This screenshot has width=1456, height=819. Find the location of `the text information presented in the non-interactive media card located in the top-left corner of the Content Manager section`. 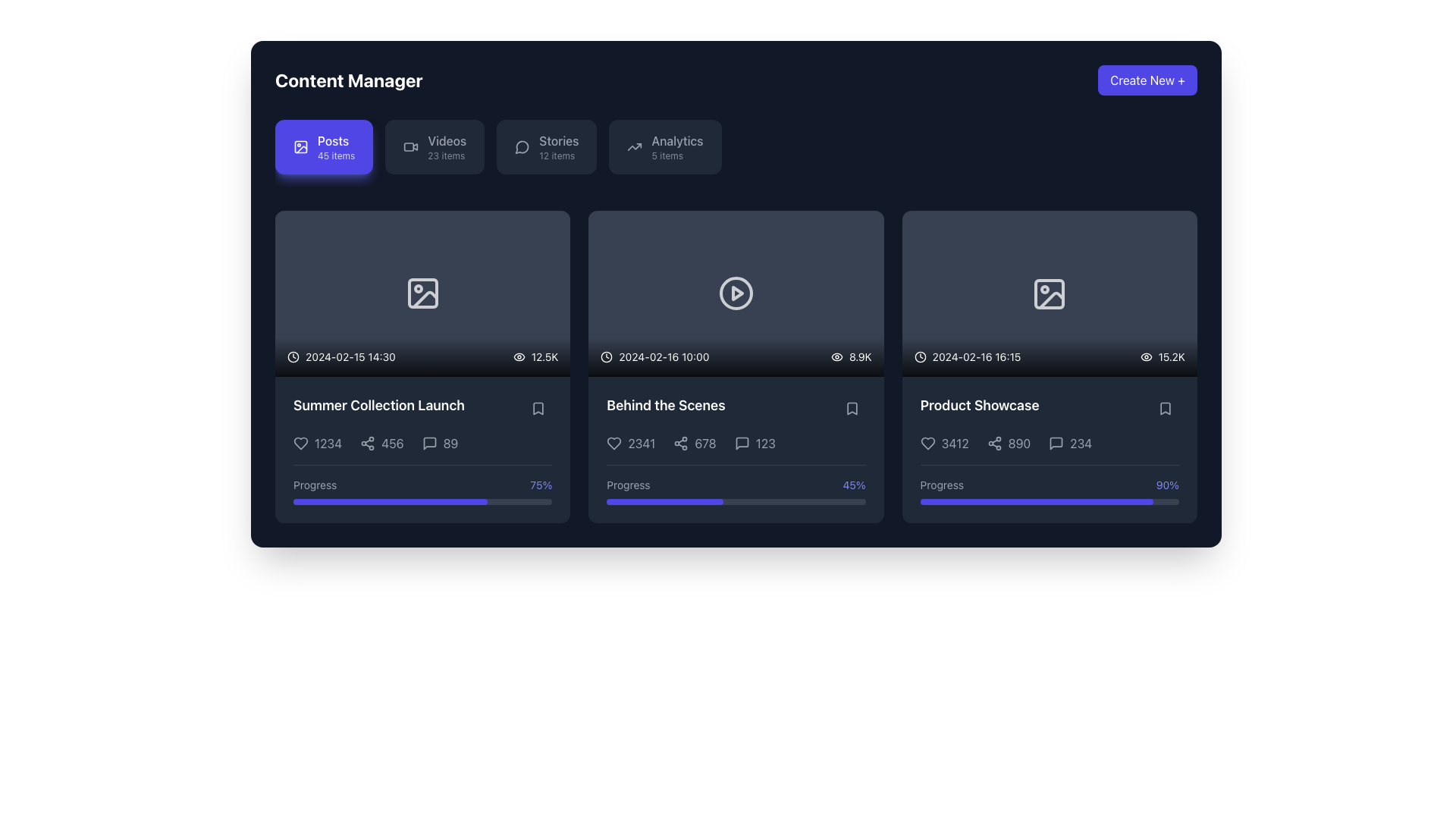

the text information presented in the non-interactive media card located in the top-left corner of the Content Manager section is located at coordinates (422, 293).